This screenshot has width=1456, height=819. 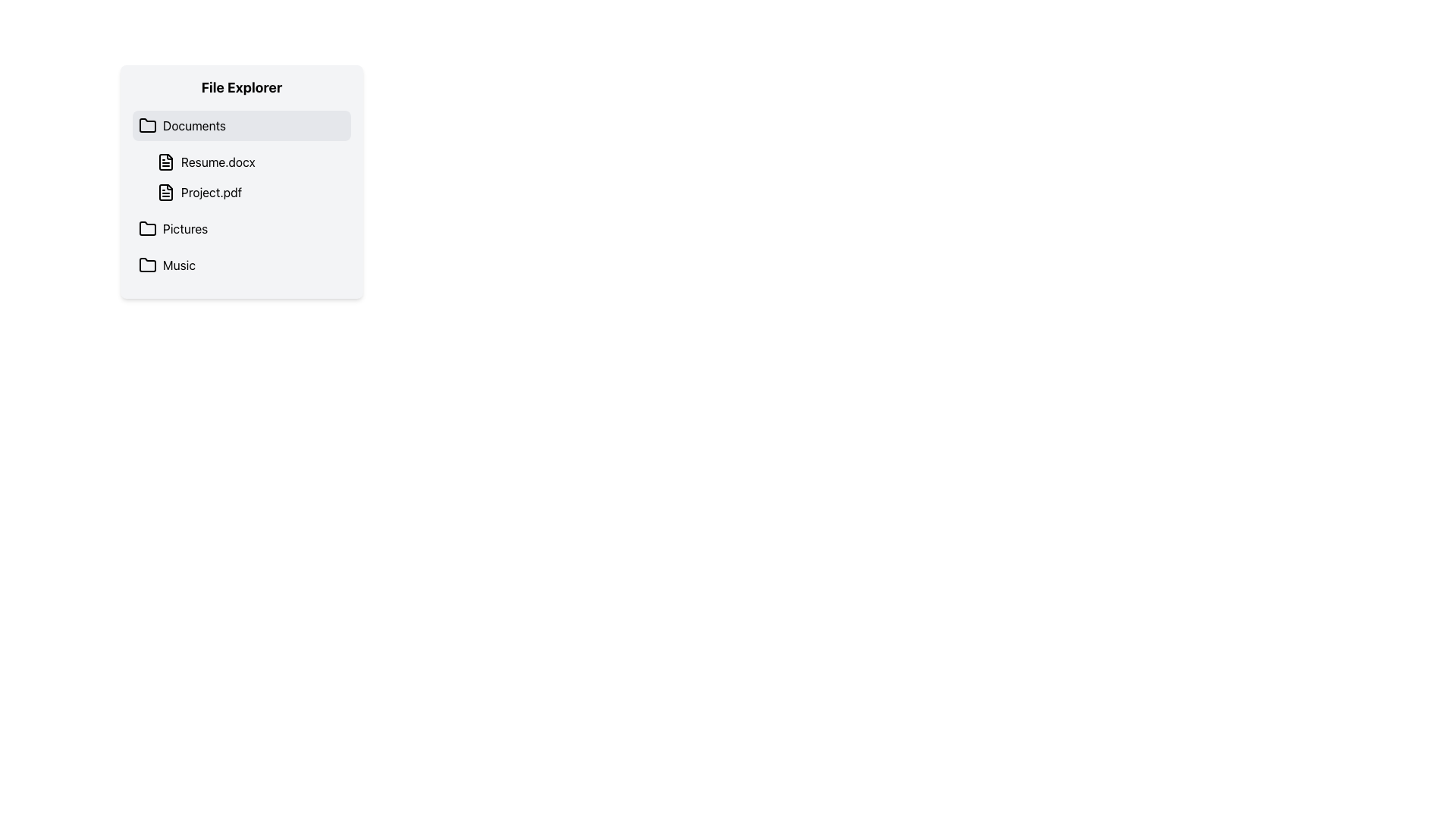 I want to click on the document icon resembling a file, which has a black outline and hollow interior, located next to the text label 'Resume.docx' in the File Explorer interface, to identify the file type, so click(x=166, y=162).